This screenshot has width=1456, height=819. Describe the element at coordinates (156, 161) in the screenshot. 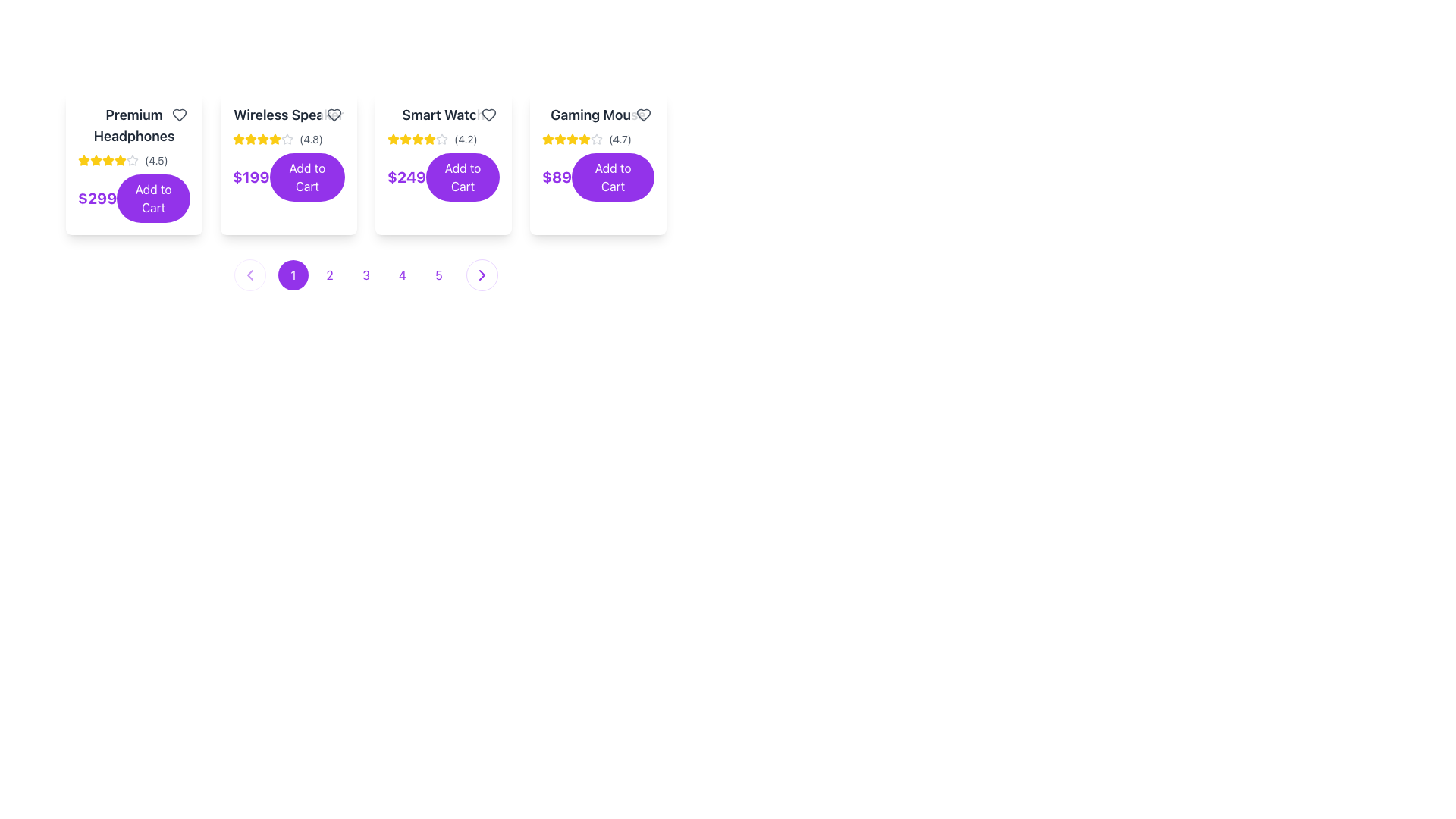

I see `the Text Label that displays the numeric rating associated with the product, located to the right of the yellow-filled star icons on the second card in the first row of a grid layout` at that location.